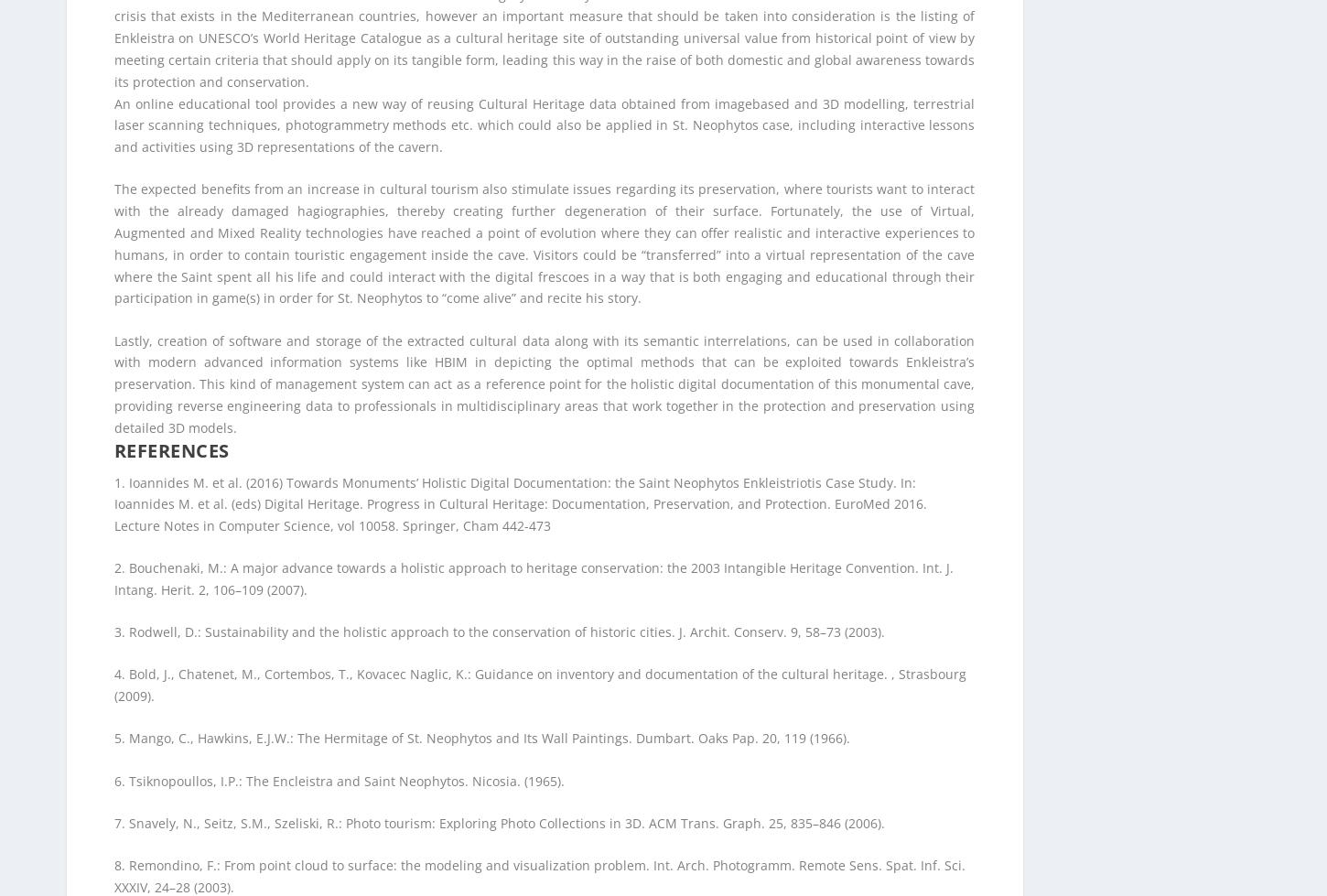 This screenshot has width=1327, height=896. Describe the element at coordinates (264, 750) in the screenshot. I see `'to post a comment.'` at that location.